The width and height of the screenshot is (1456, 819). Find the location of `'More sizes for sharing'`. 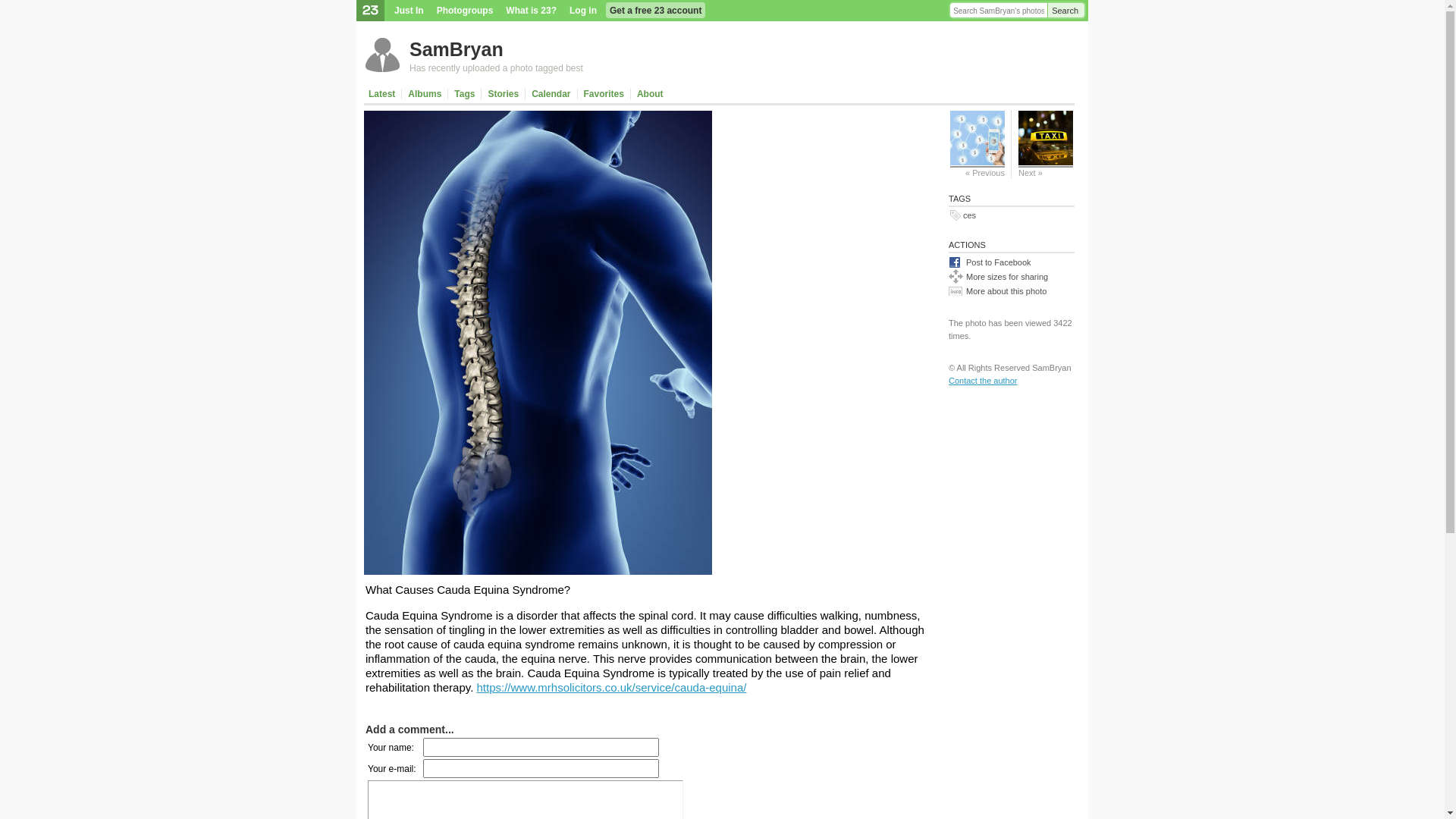

'More sizes for sharing' is located at coordinates (948, 276).